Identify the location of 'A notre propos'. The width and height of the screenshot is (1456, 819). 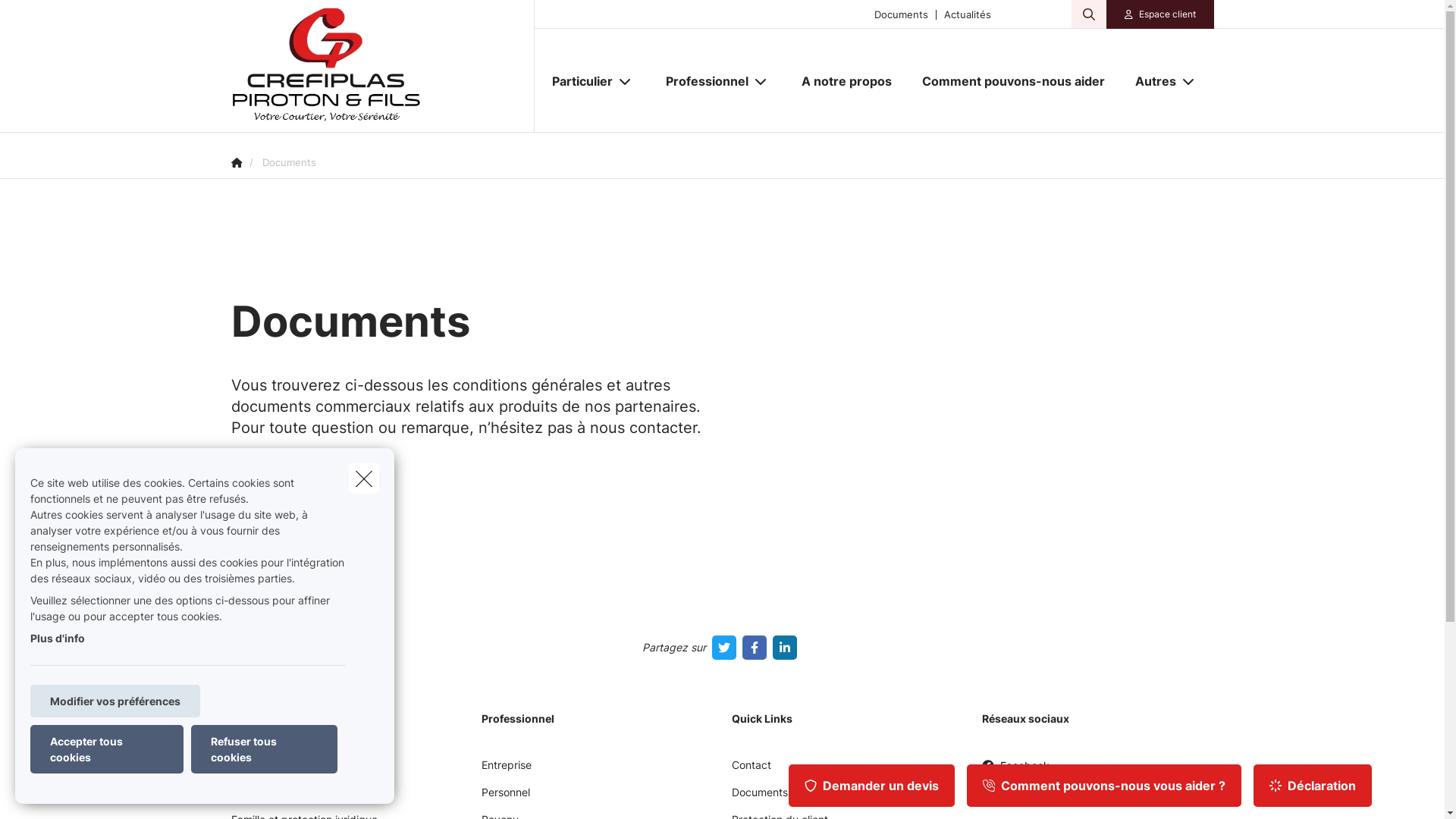
(845, 81).